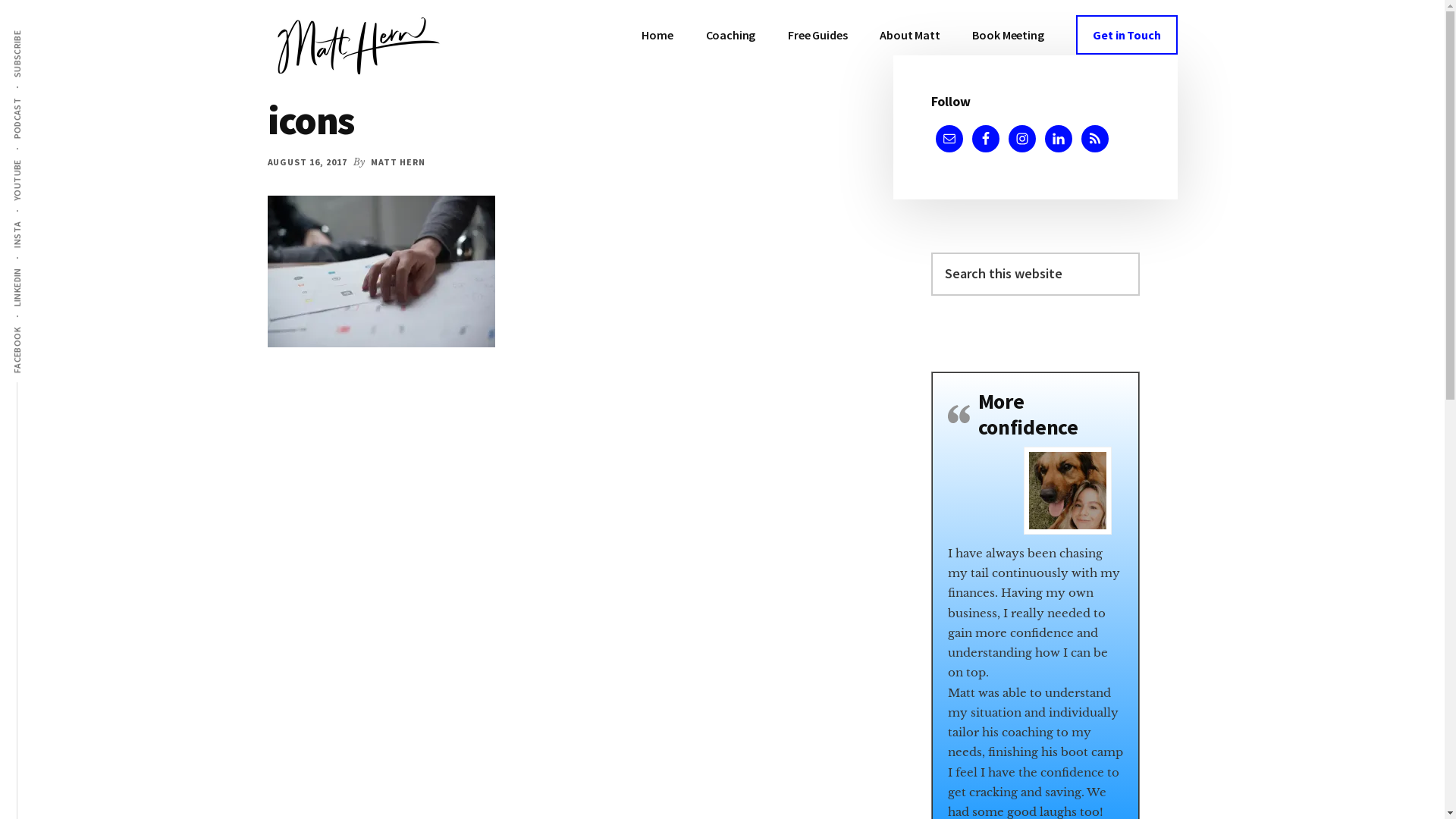  Describe the element at coordinates (731, 34) in the screenshot. I see `'Coaching'` at that location.